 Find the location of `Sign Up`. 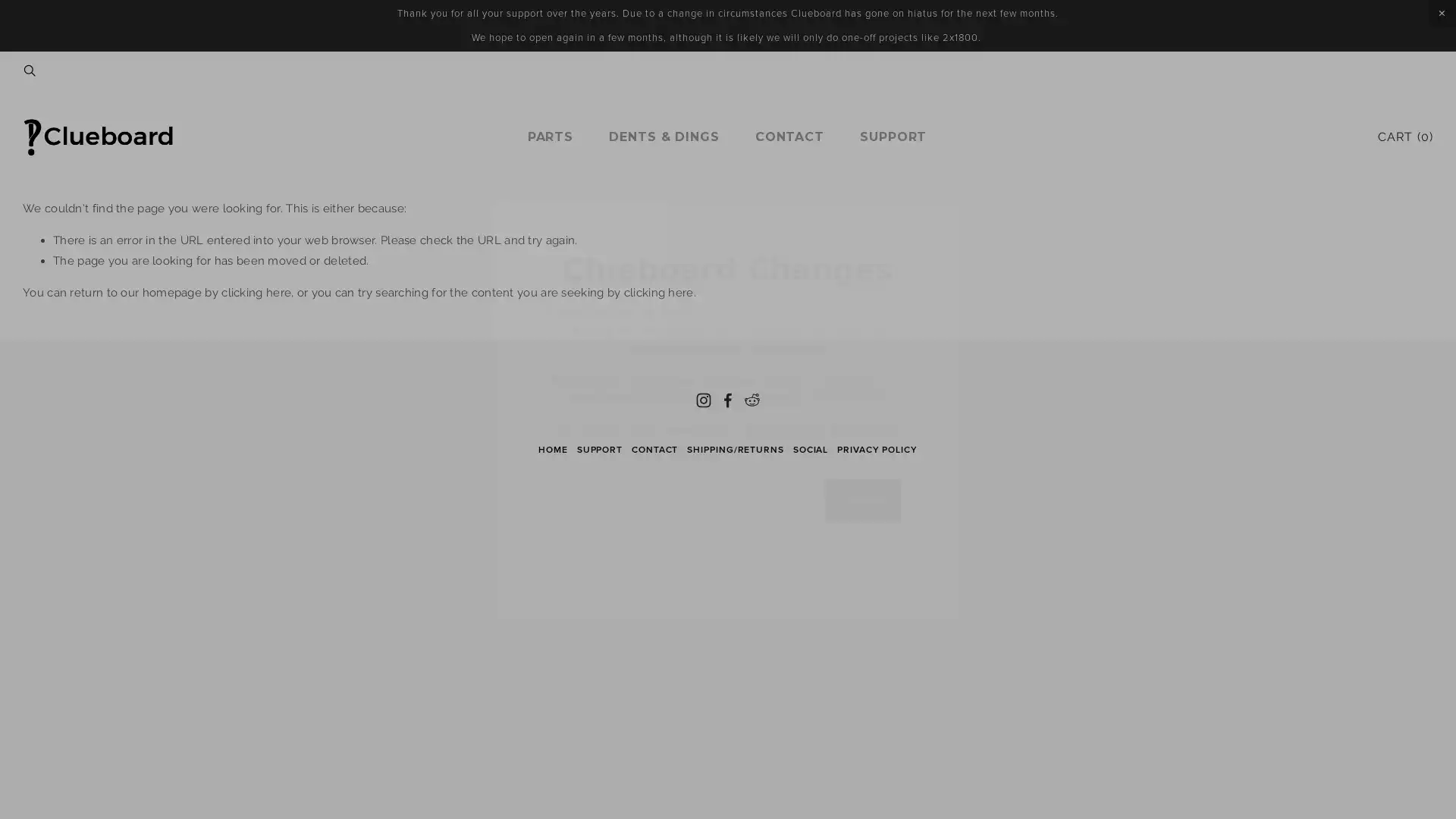

Sign Up is located at coordinates (863, 499).